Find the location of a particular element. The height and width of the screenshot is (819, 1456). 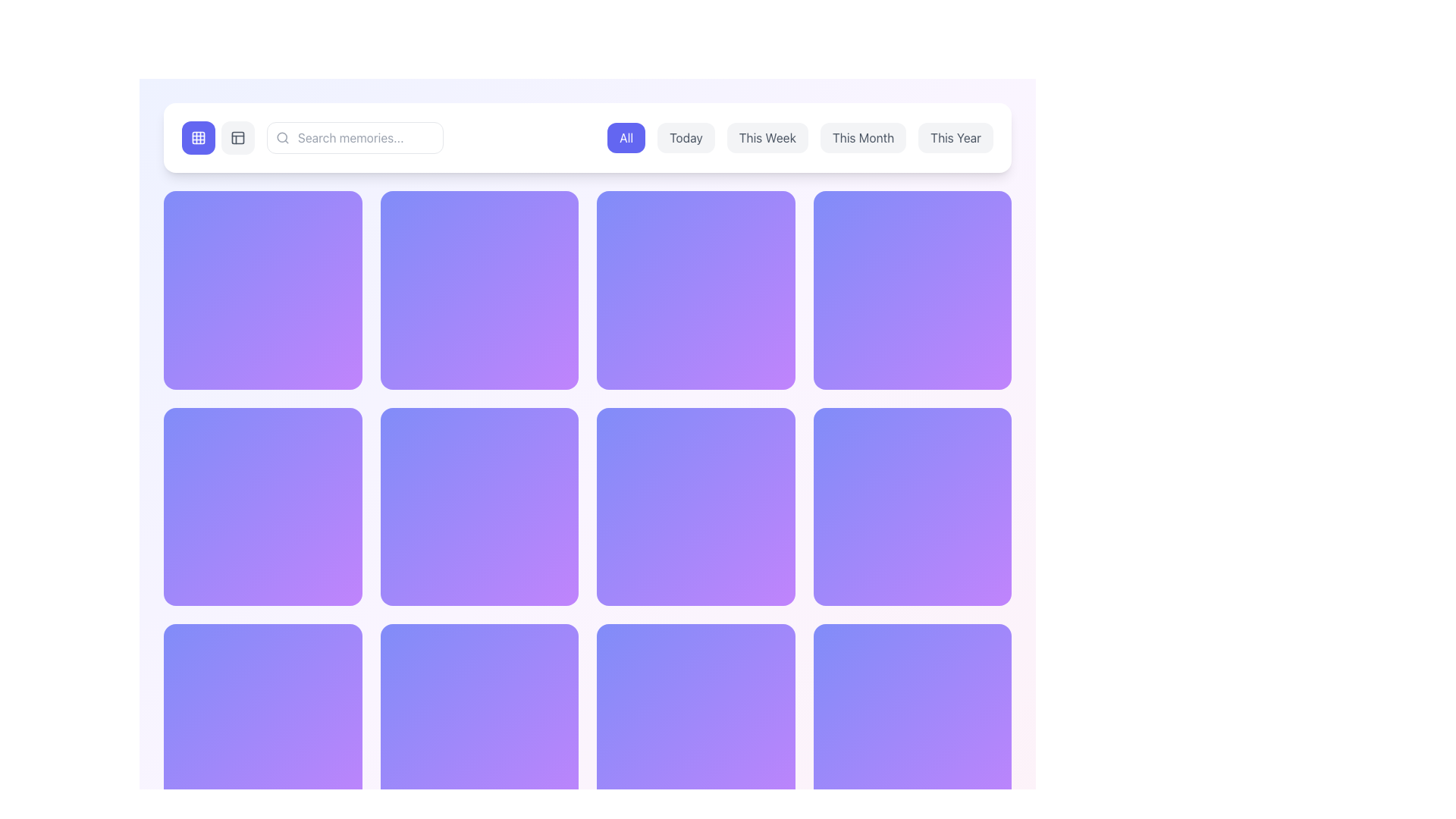

the Decorative card located in the second row, first column of the 4-column grid layout is located at coordinates (262, 507).